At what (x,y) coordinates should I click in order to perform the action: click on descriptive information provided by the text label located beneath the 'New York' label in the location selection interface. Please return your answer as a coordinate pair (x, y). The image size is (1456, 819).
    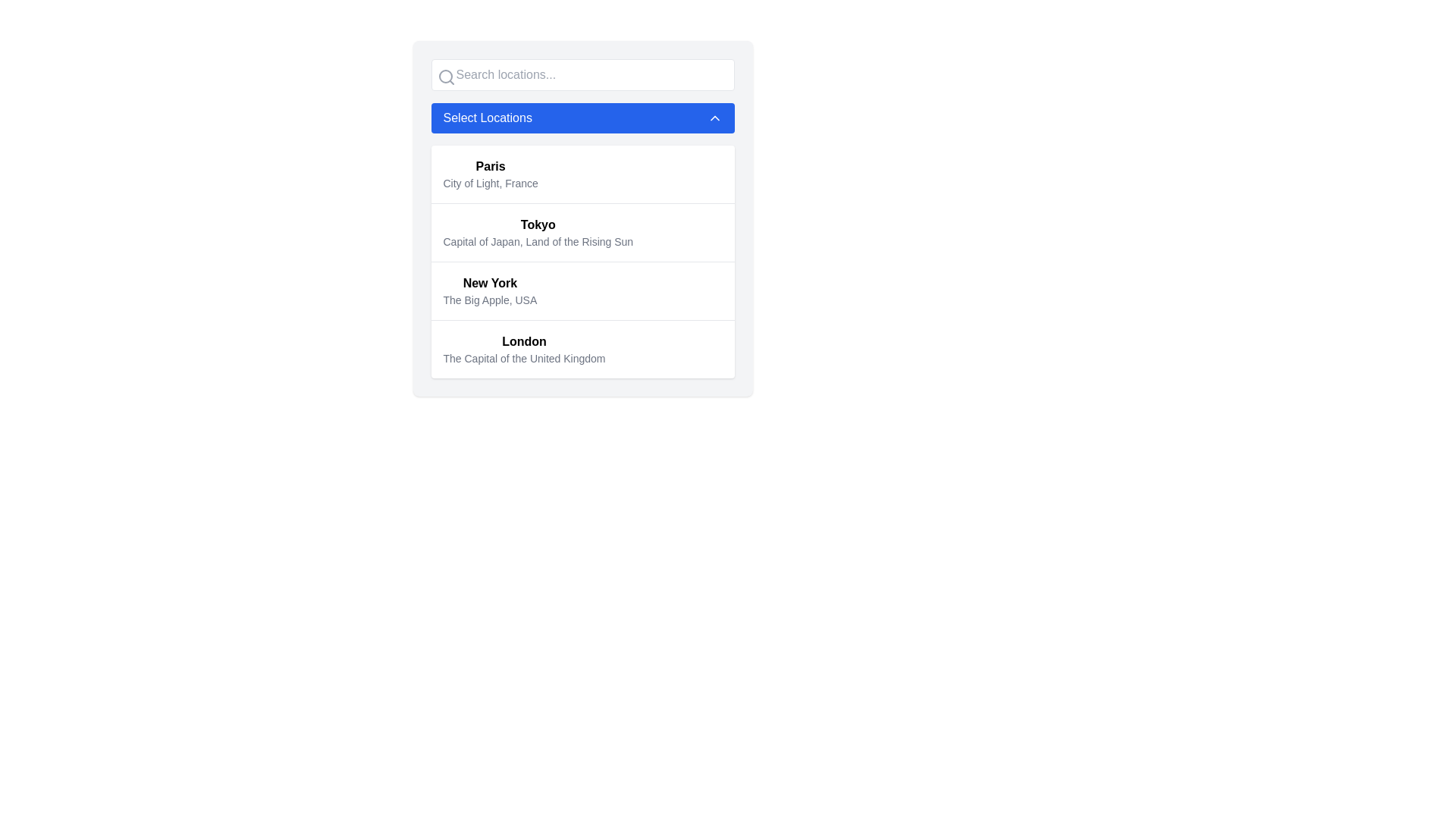
    Looking at the image, I should click on (490, 300).